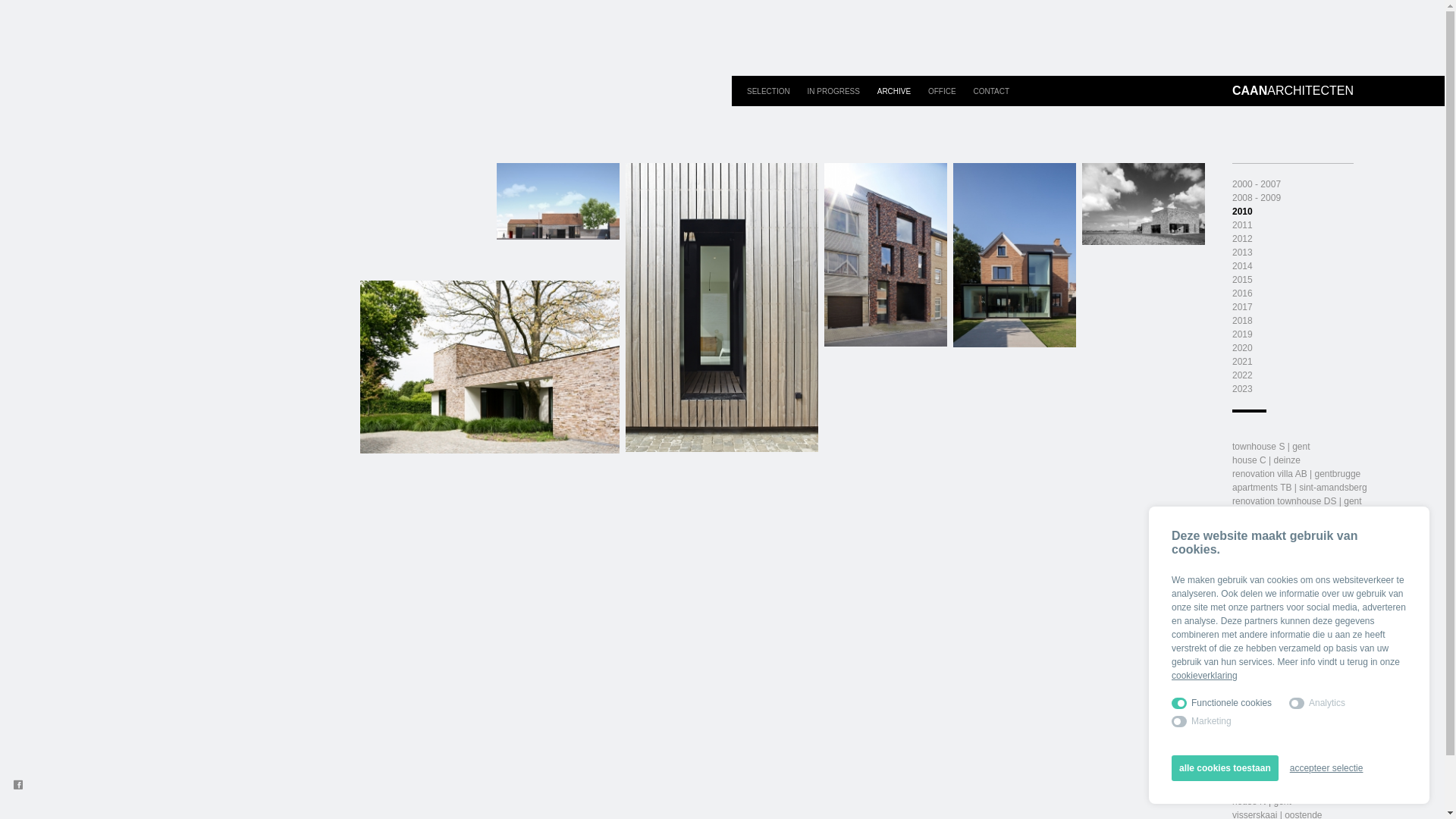  Describe the element at coordinates (1256, 197) in the screenshot. I see `'2008 - 2009'` at that location.